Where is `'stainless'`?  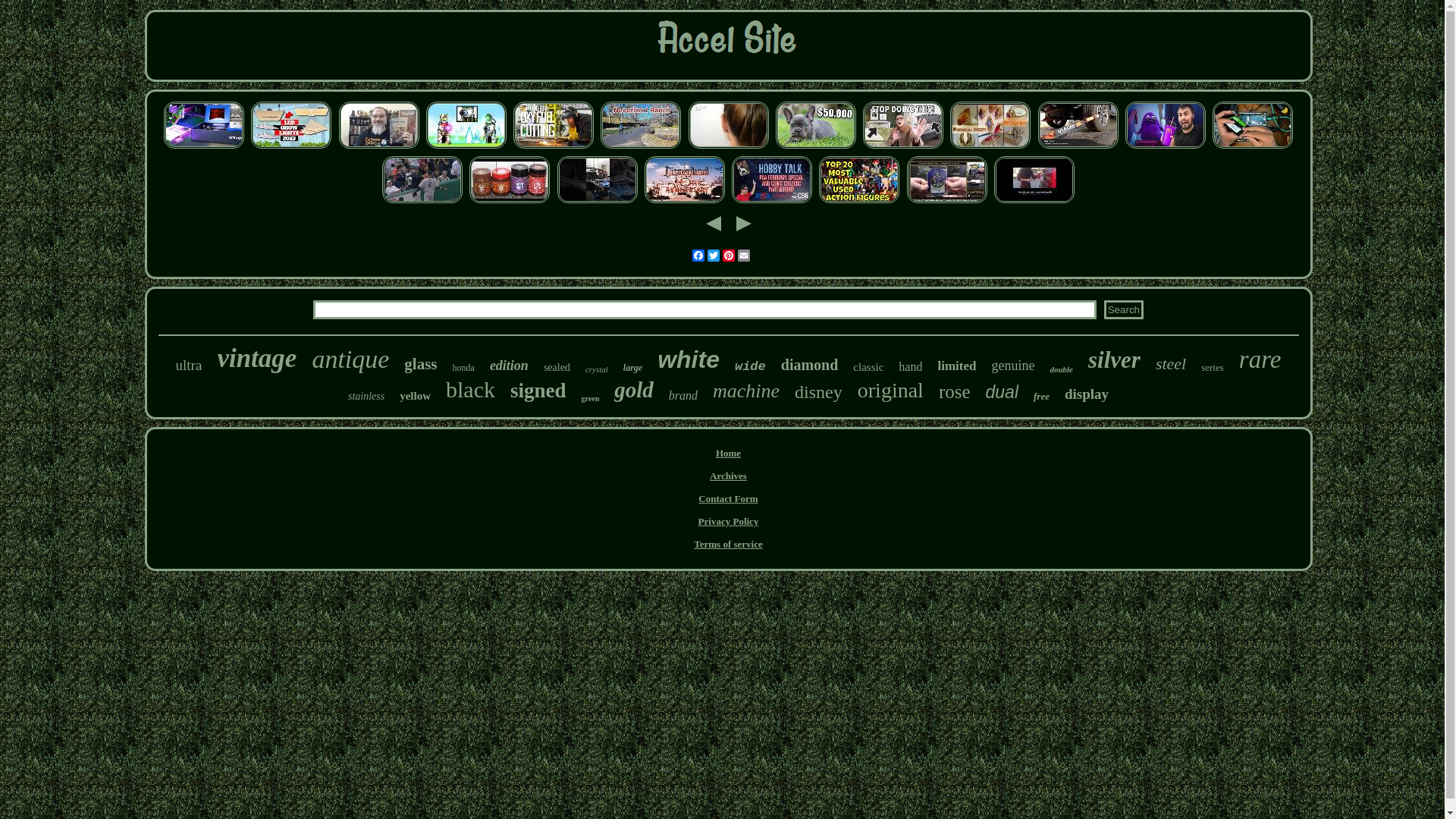 'stainless' is located at coordinates (366, 396).